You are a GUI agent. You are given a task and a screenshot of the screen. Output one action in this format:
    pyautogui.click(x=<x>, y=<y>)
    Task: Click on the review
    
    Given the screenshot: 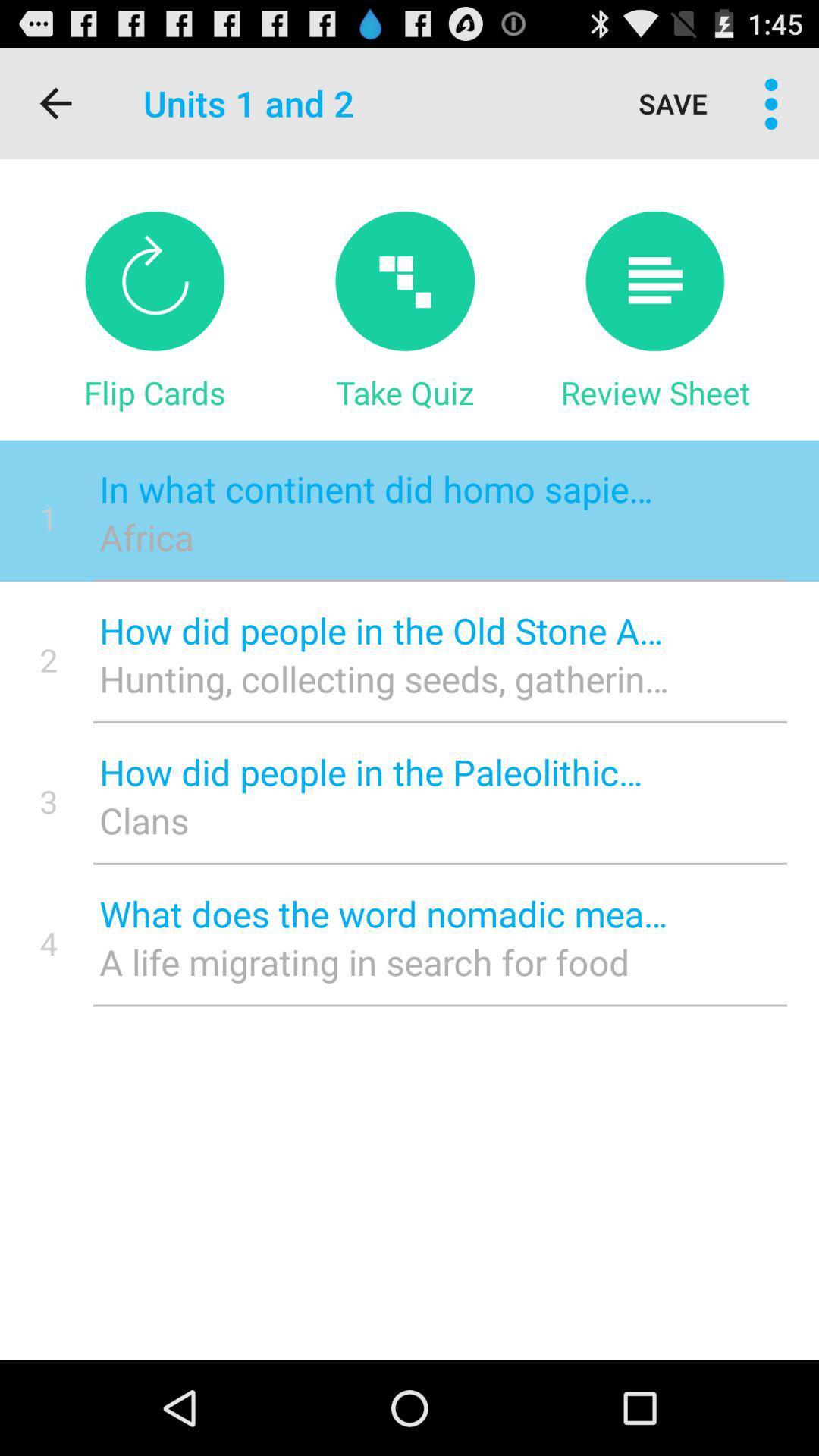 What is the action you would take?
    pyautogui.click(x=654, y=281)
    